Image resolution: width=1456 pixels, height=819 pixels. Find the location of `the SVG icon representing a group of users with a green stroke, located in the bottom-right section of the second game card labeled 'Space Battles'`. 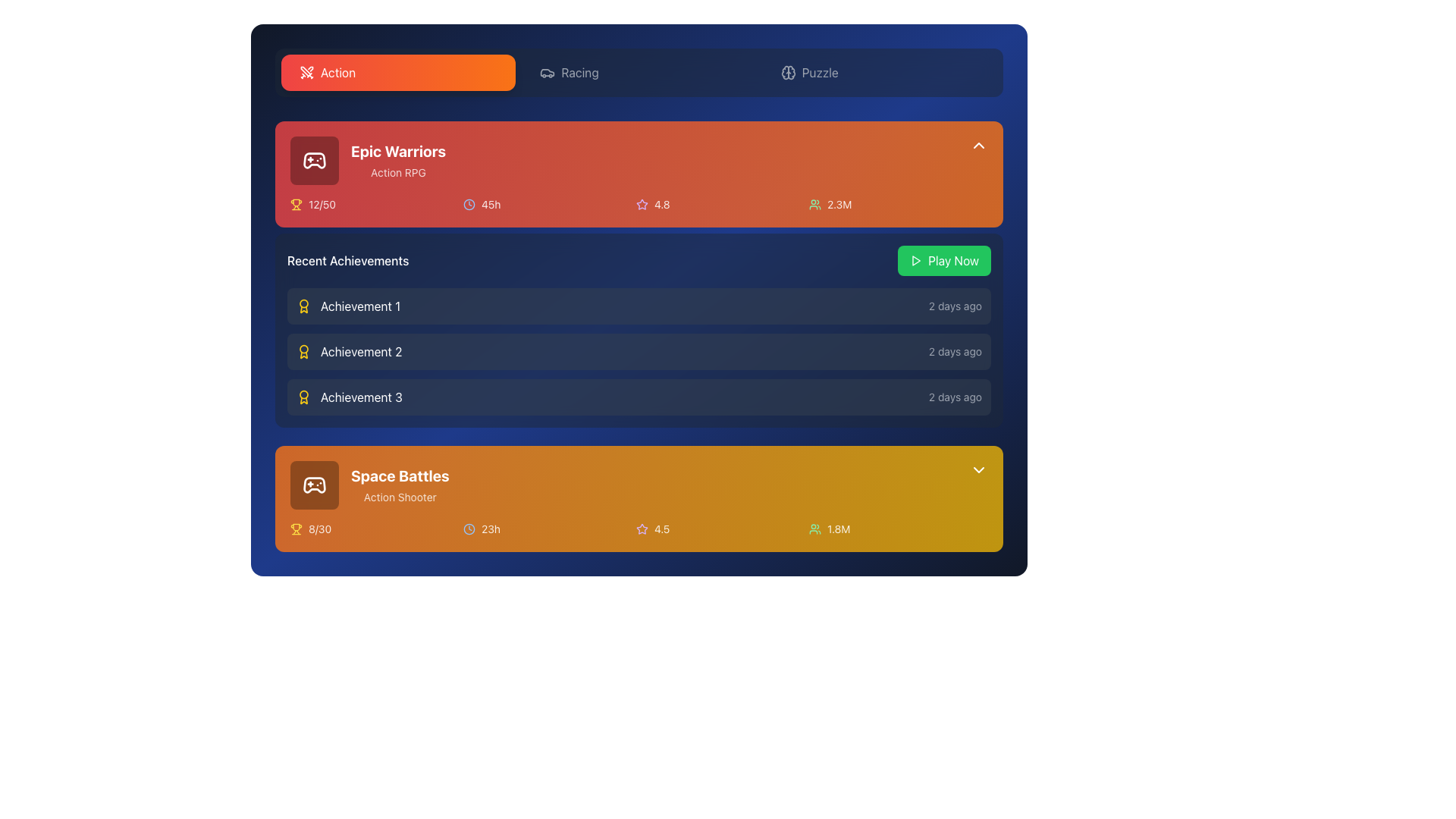

the SVG icon representing a group of users with a green stroke, located in the bottom-right section of the second game card labeled 'Space Battles' is located at coordinates (814, 529).